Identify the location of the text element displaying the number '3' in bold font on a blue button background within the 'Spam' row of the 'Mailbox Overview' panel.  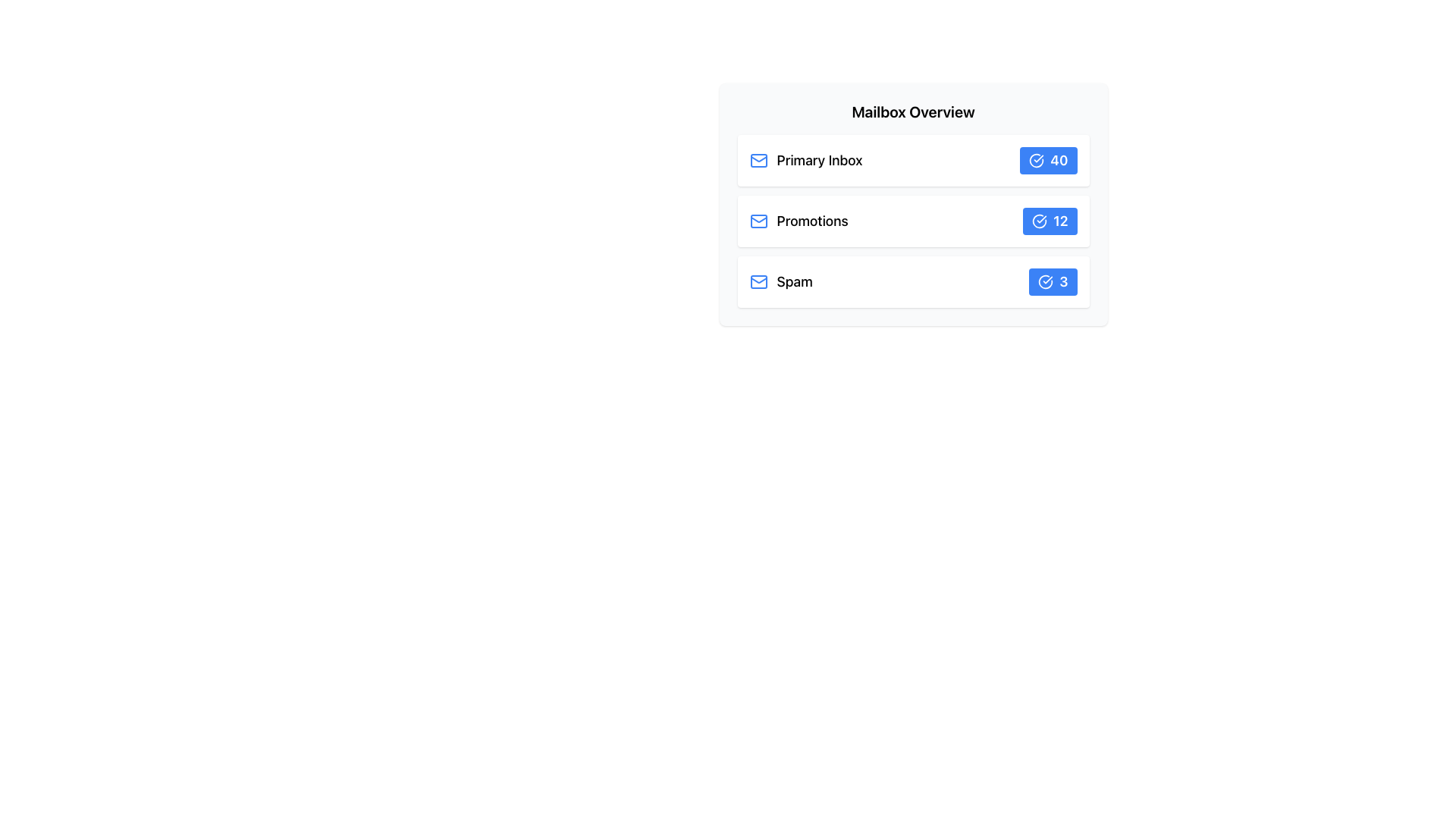
(1062, 281).